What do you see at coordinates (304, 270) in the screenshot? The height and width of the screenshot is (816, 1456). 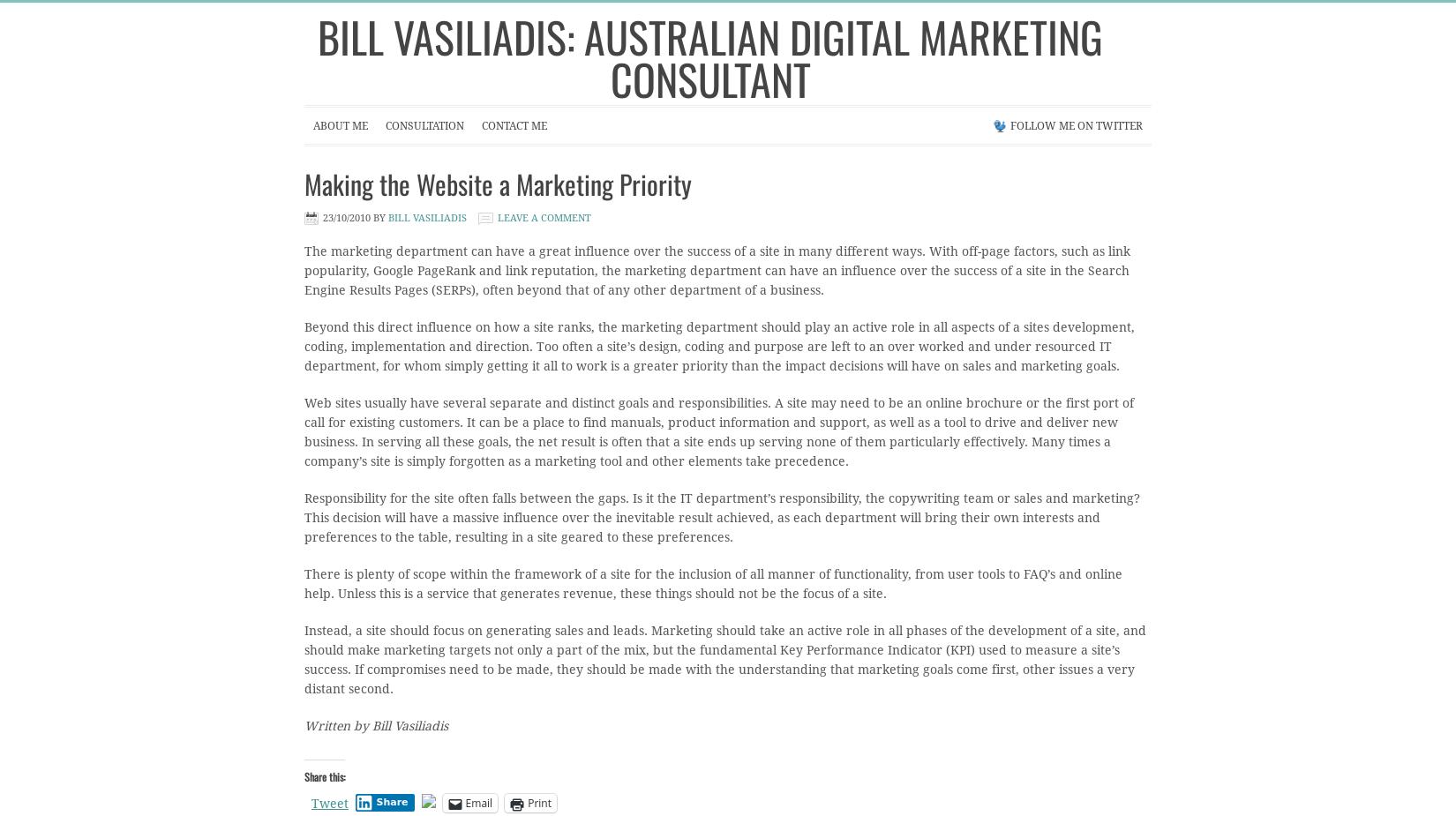 I see `'The marketing department can have a great influence over the success of a site in many different ways. With off-page factors, such as link popularity, Google PageRank and link reputation, the marketing department can have an influence over the success of a site in the Search Engine Results Pages (SERPs), often beyond that of any other department of a business.'` at bounding box center [304, 270].